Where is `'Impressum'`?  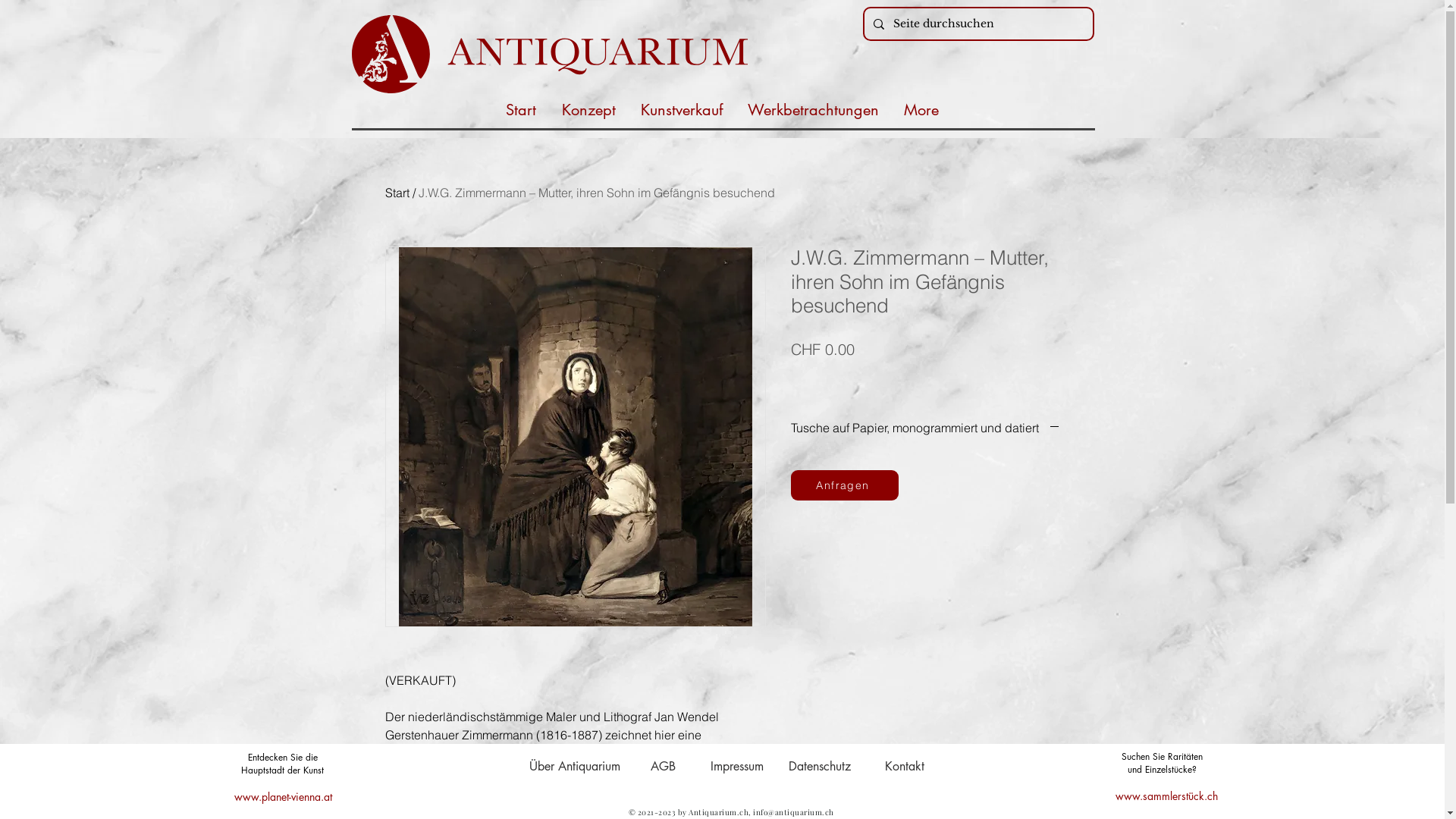
'Impressum' is located at coordinates (736, 766).